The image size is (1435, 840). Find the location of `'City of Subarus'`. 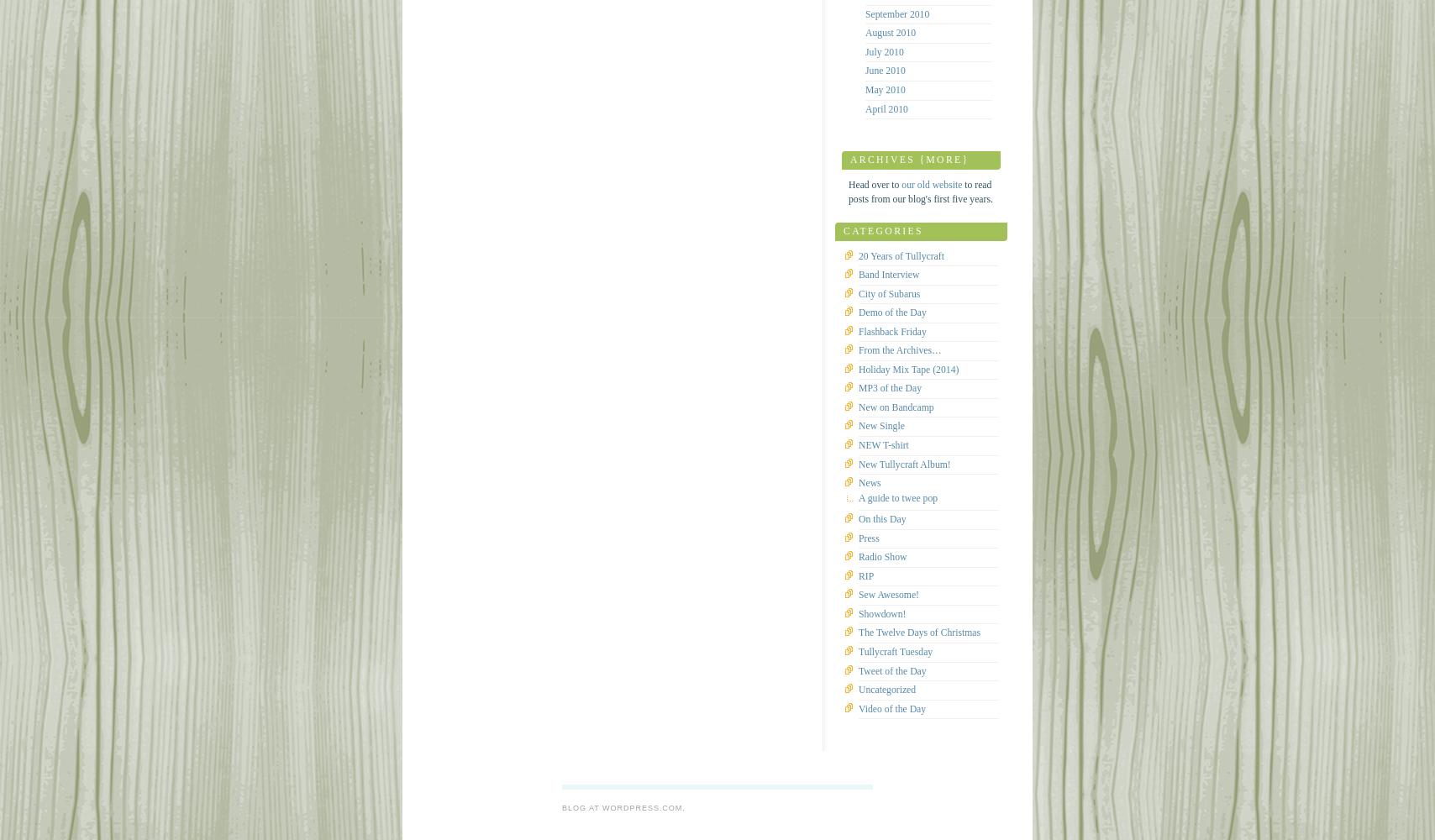

'City of Subarus' is located at coordinates (889, 292).